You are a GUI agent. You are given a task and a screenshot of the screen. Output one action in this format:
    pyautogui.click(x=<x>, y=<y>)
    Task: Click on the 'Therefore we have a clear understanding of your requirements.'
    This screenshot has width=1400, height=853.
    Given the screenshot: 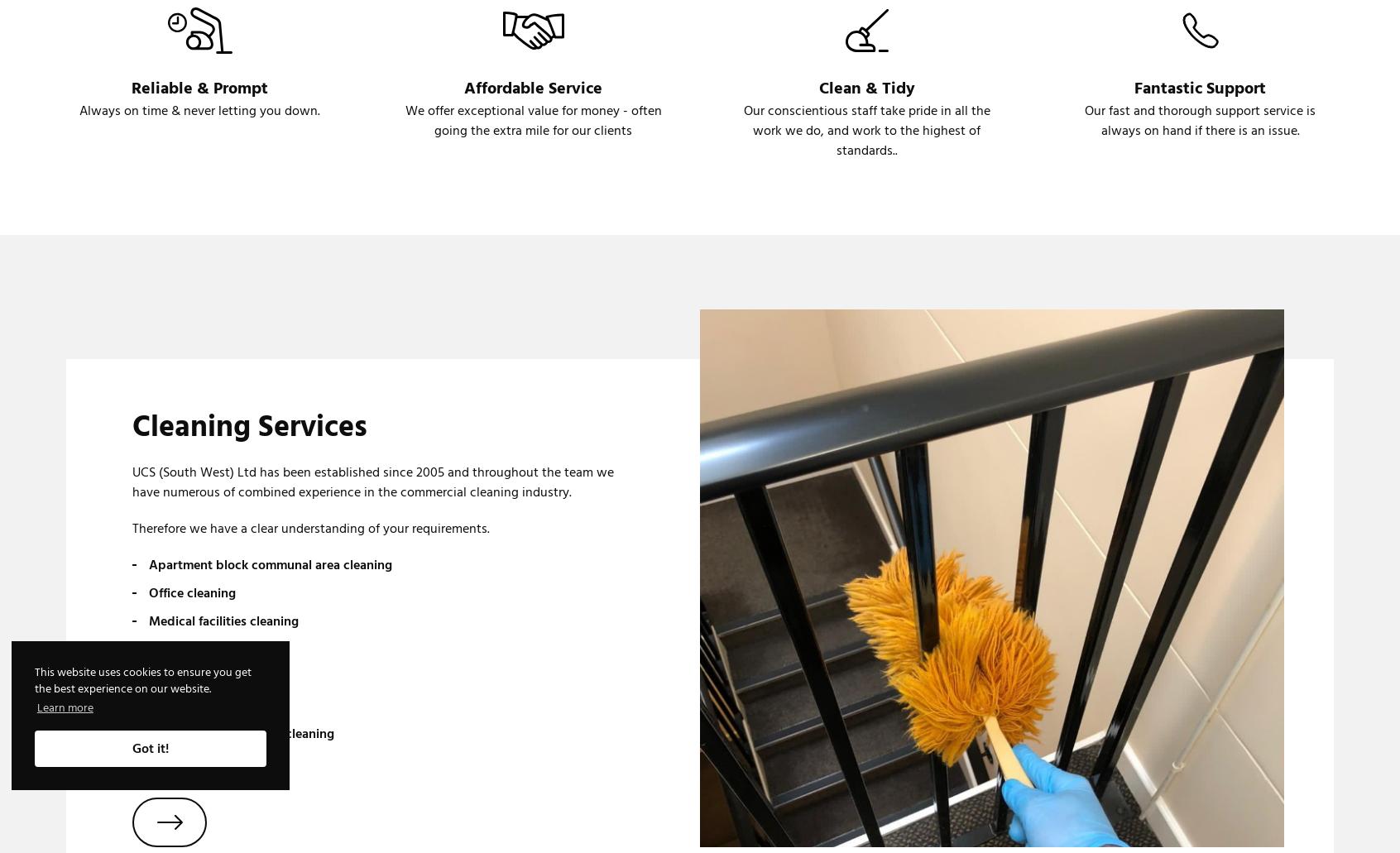 What is the action you would take?
    pyautogui.click(x=310, y=529)
    